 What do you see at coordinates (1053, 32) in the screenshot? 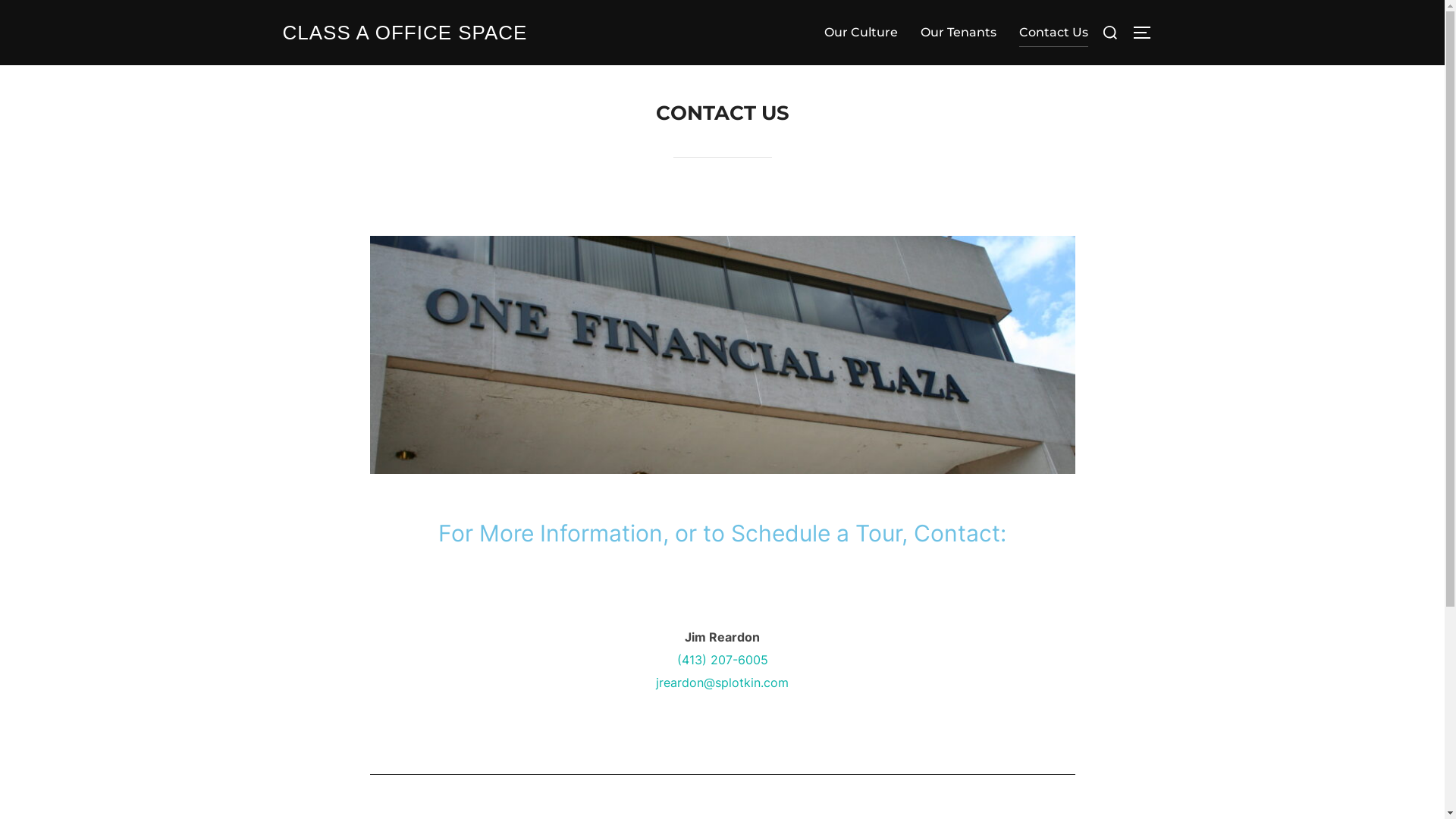
I see `'Contact Us'` at bounding box center [1053, 32].